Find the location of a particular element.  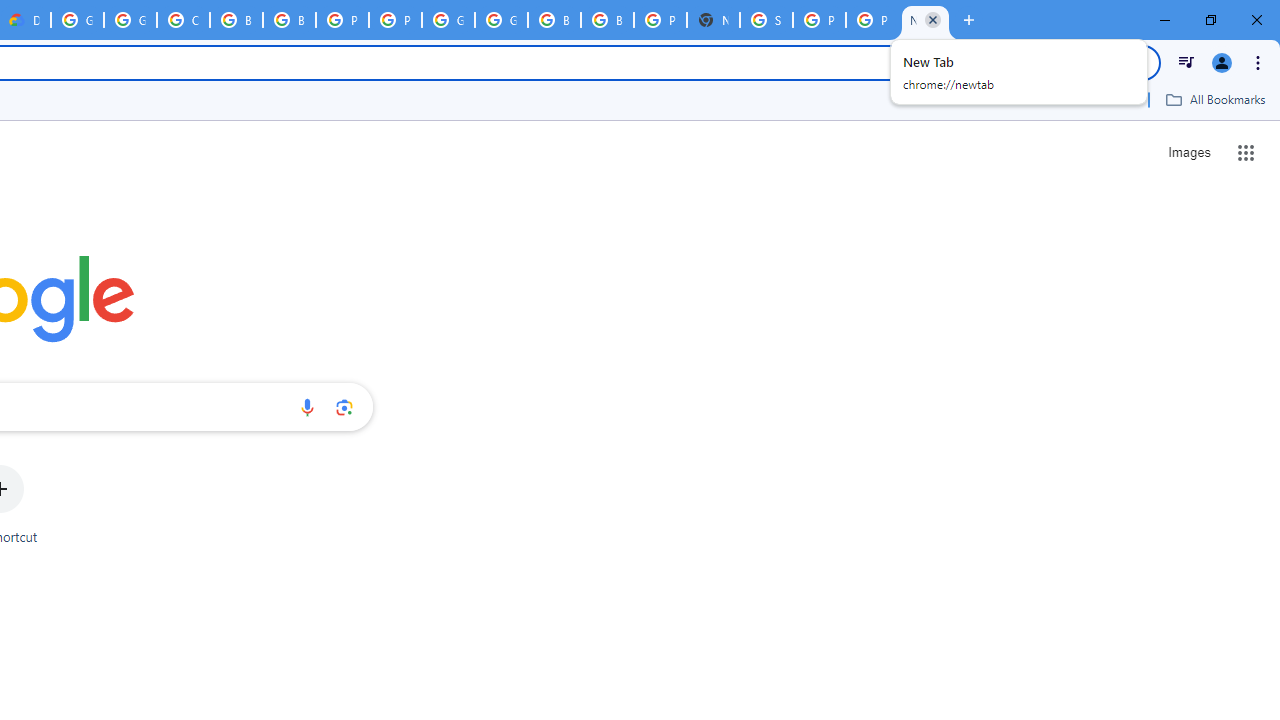

'Sign in - Google Accounts' is located at coordinates (765, 20).